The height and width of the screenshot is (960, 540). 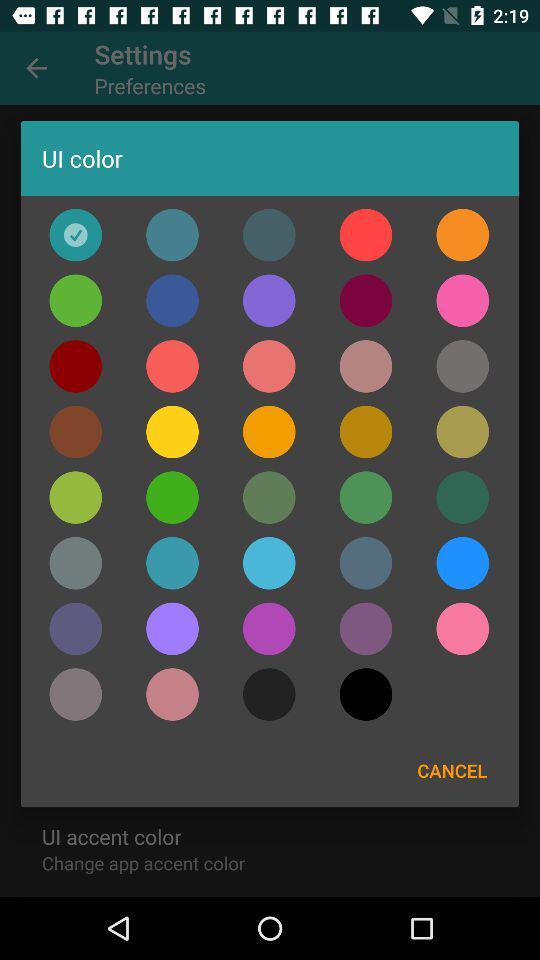 What do you see at coordinates (462, 235) in the screenshot?
I see `the color` at bounding box center [462, 235].